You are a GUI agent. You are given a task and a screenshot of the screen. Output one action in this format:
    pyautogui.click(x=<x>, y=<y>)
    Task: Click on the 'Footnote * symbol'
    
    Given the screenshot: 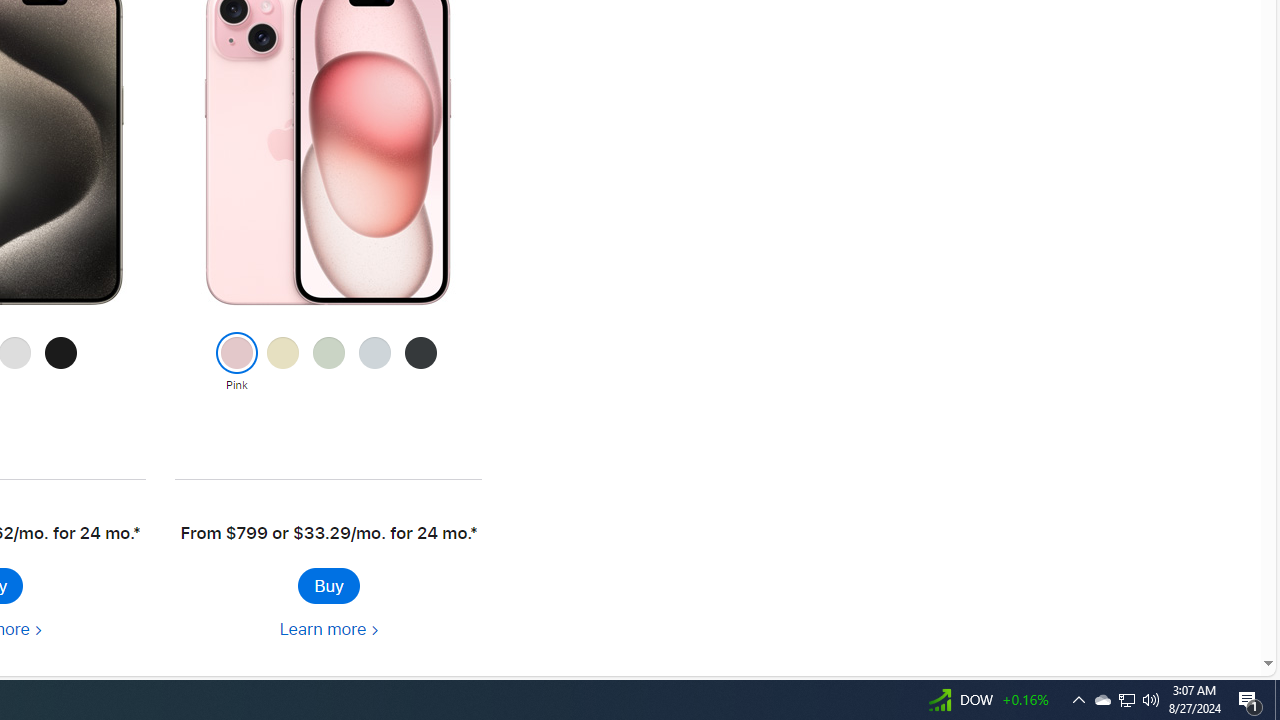 What is the action you would take?
    pyautogui.click(x=471, y=532)
    